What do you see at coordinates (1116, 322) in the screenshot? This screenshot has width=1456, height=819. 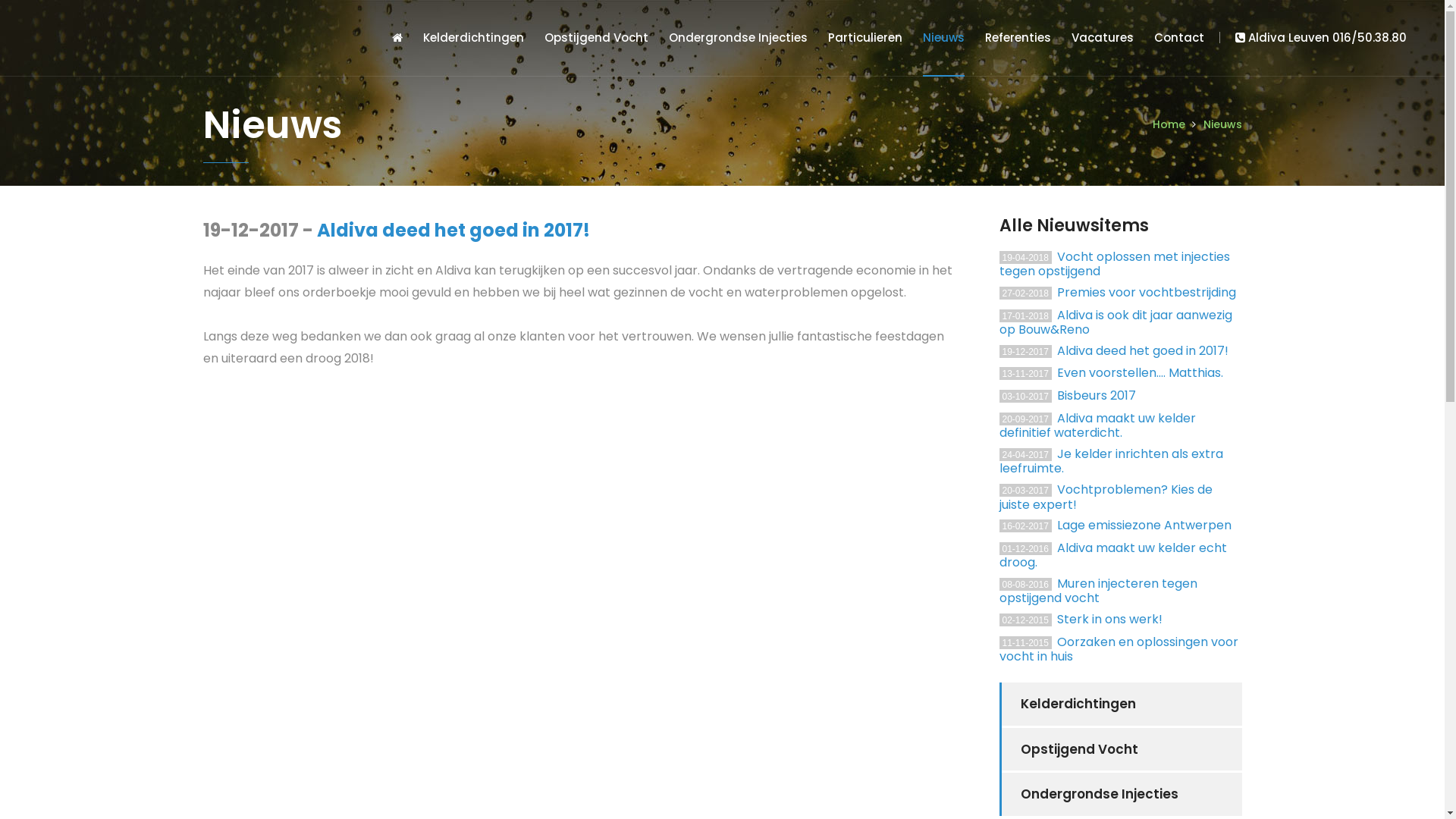 I see `'Aldiva is ook dit jaar aanwezig op Bouw&Reno'` at bounding box center [1116, 322].